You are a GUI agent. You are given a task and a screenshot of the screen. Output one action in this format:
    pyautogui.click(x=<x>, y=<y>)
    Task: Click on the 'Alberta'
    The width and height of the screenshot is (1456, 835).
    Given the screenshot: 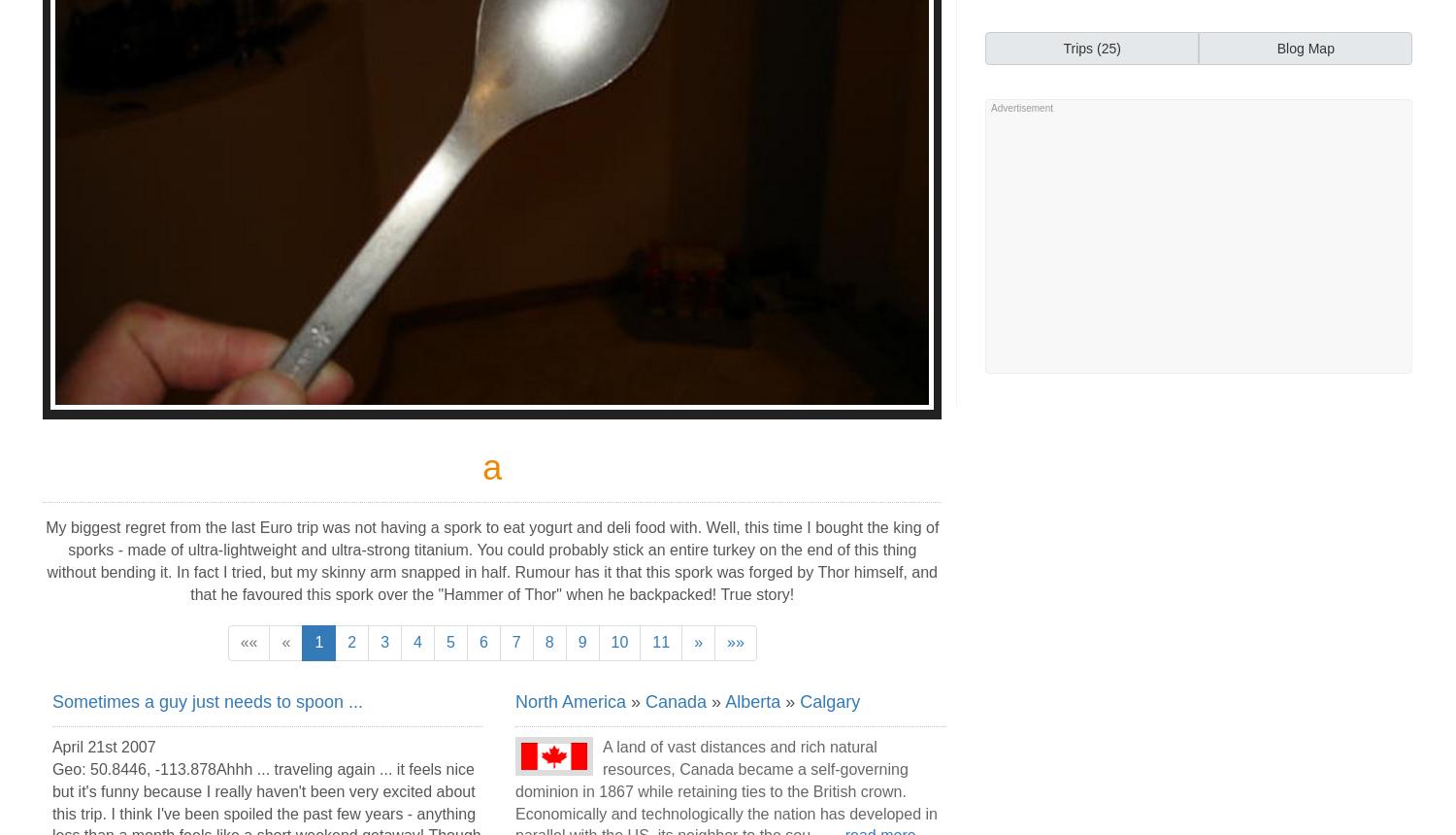 What is the action you would take?
    pyautogui.click(x=724, y=701)
    